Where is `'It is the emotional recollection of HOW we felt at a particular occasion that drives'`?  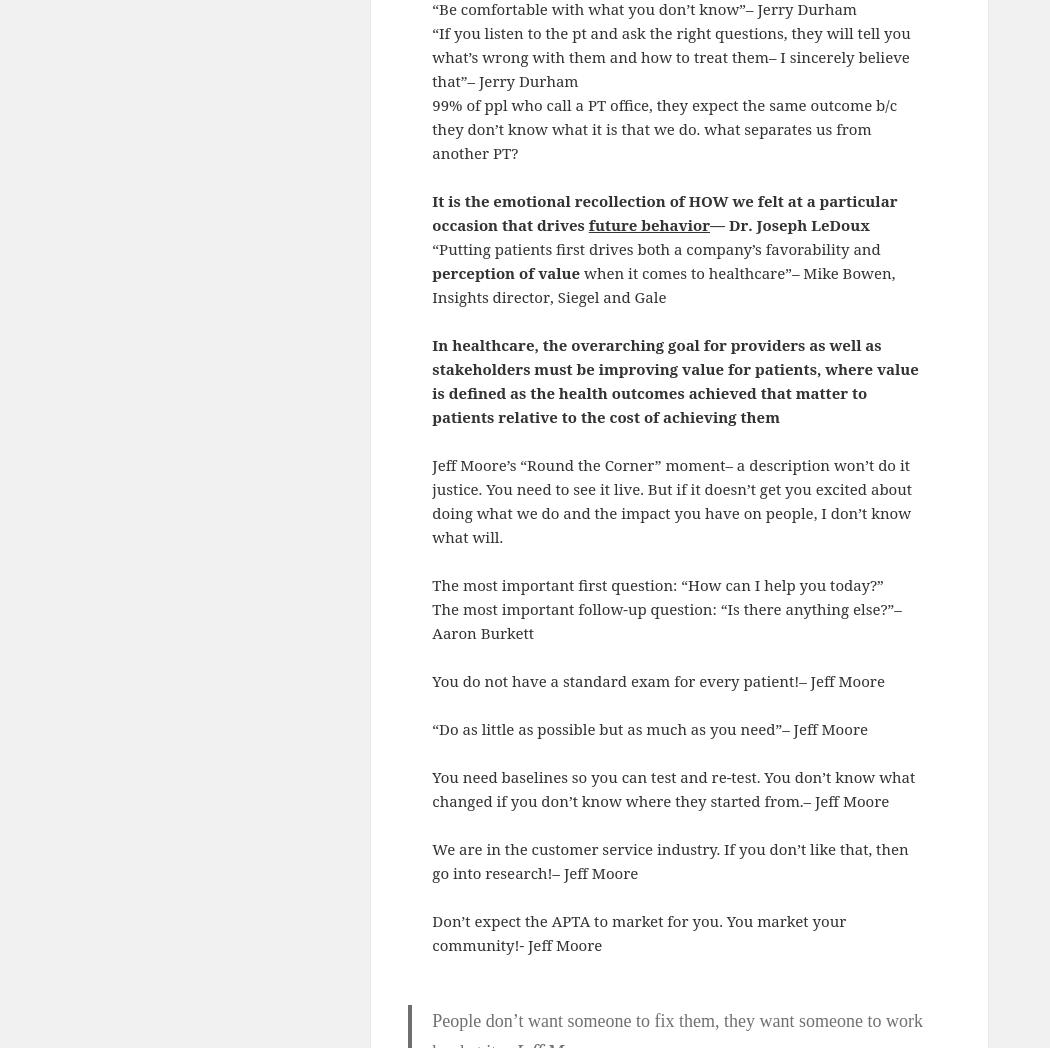 'It is the emotional recollection of HOW we felt at a particular occasion that drives' is located at coordinates (430, 211).